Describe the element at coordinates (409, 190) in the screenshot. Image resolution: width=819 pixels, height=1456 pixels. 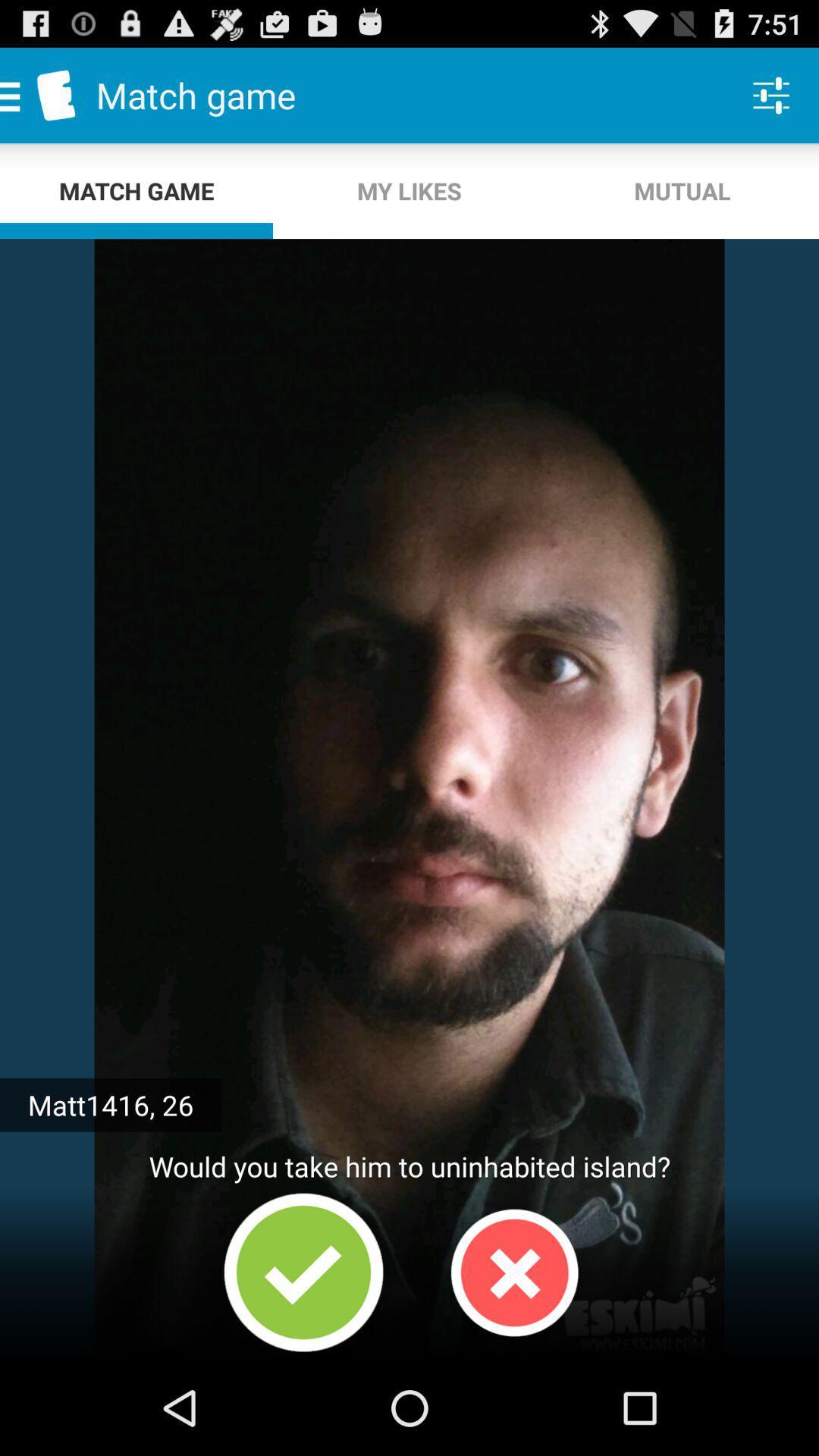
I see `item to the left of the mutual icon` at that location.